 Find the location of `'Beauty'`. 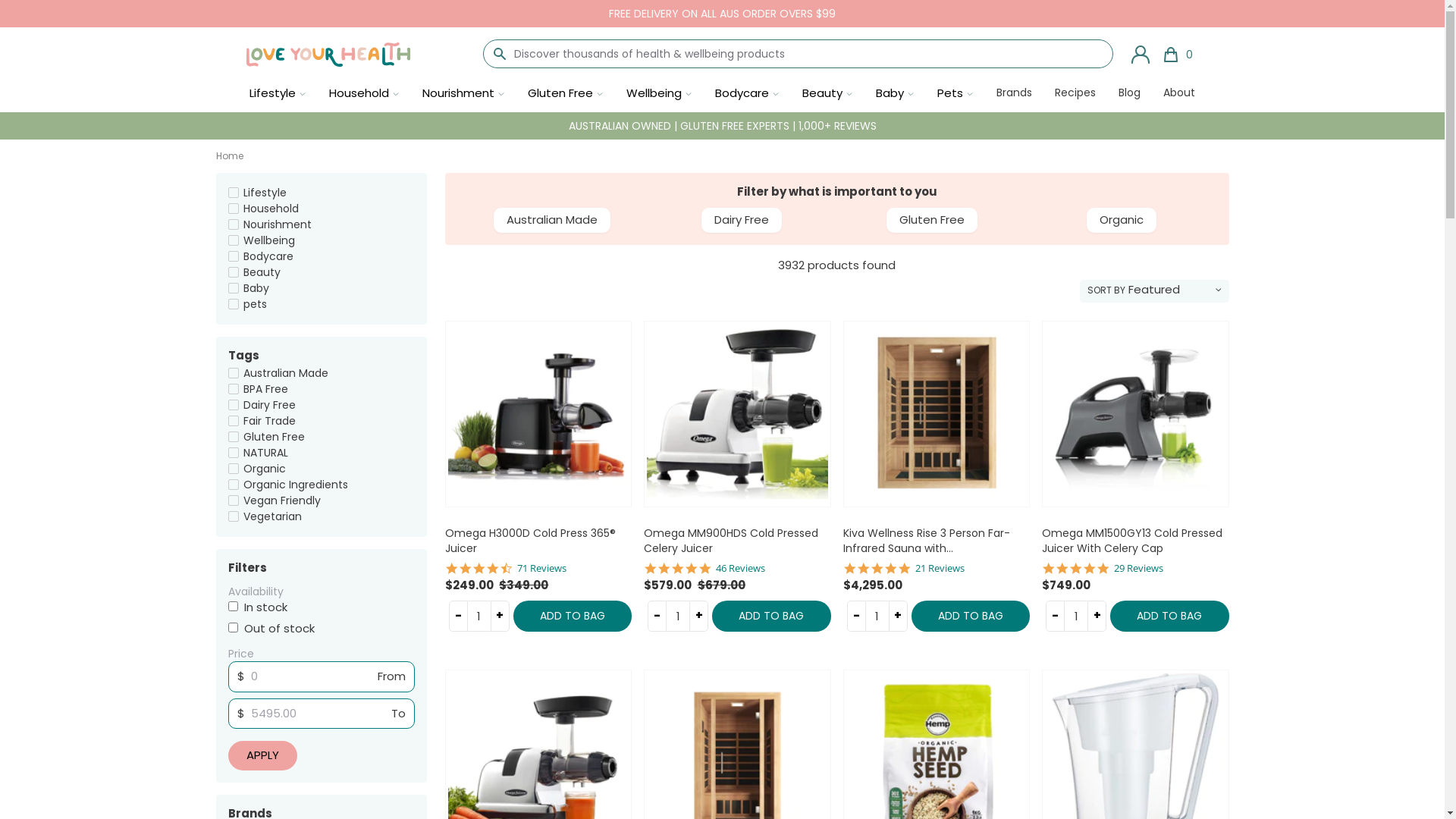

'Beauty' is located at coordinates (799, 93).